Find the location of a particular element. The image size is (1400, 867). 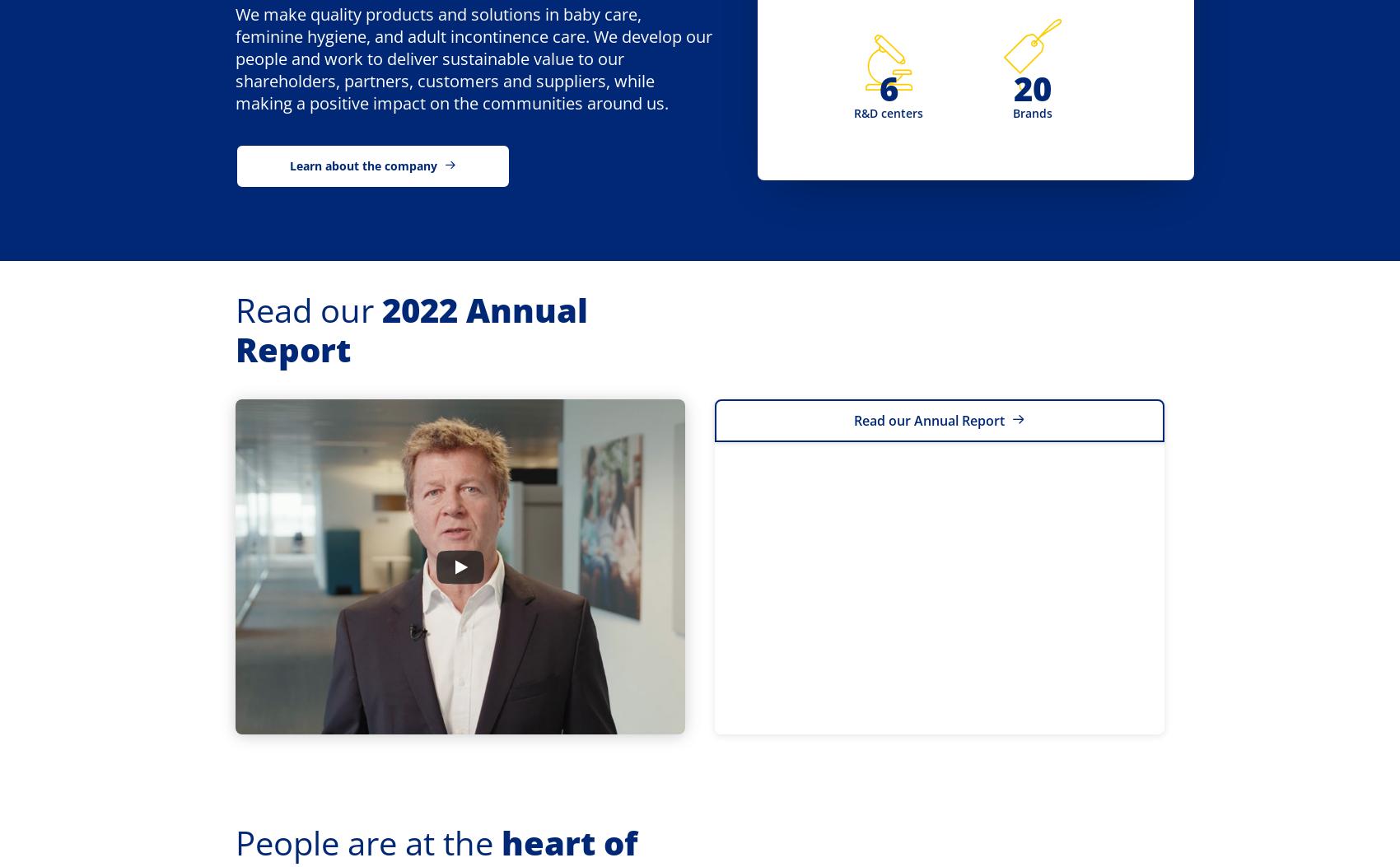

'R&D centers' is located at coordinates (888, 112).